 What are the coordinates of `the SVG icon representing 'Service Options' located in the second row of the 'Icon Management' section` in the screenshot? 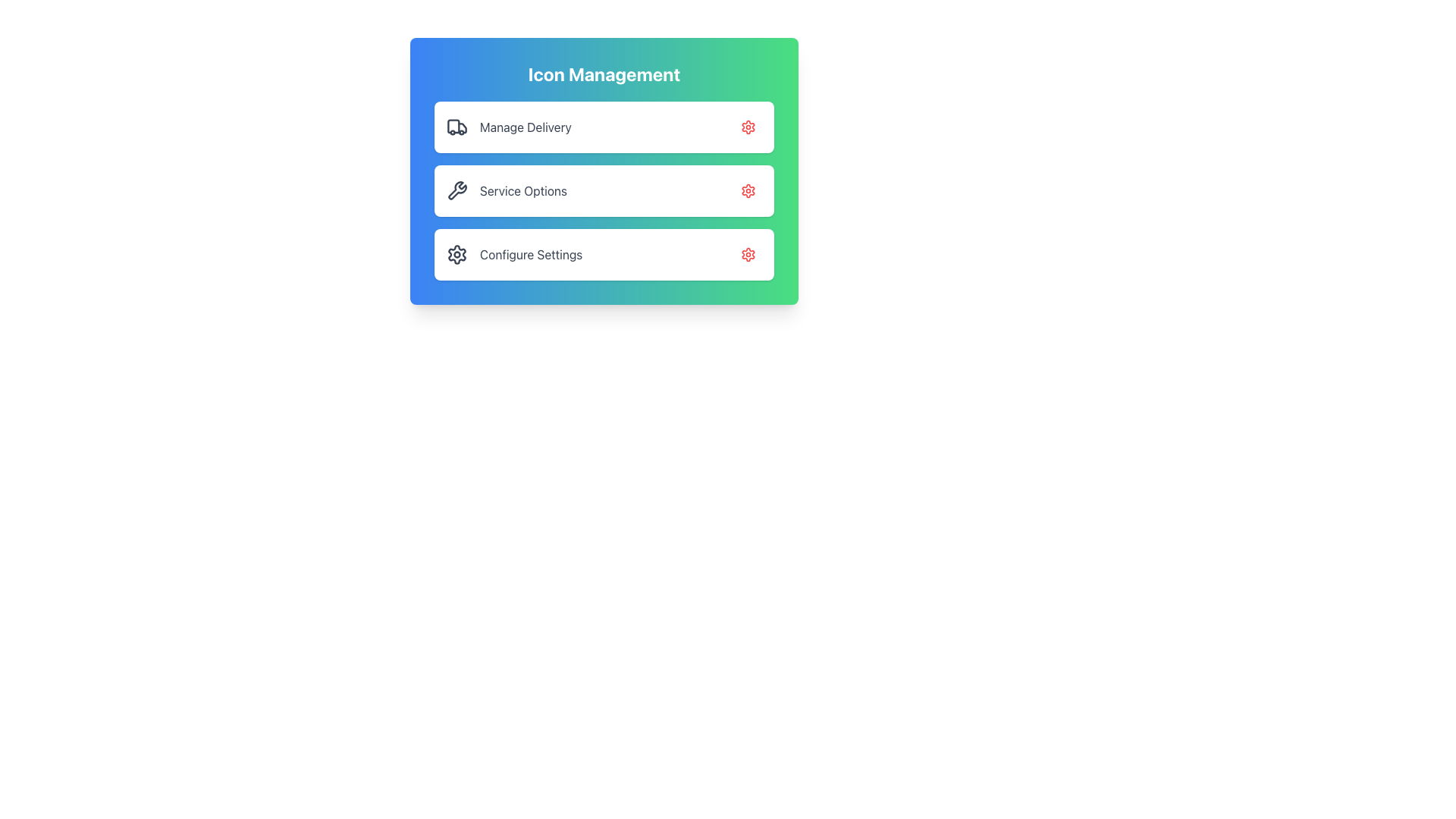 It's located at (457, 190).